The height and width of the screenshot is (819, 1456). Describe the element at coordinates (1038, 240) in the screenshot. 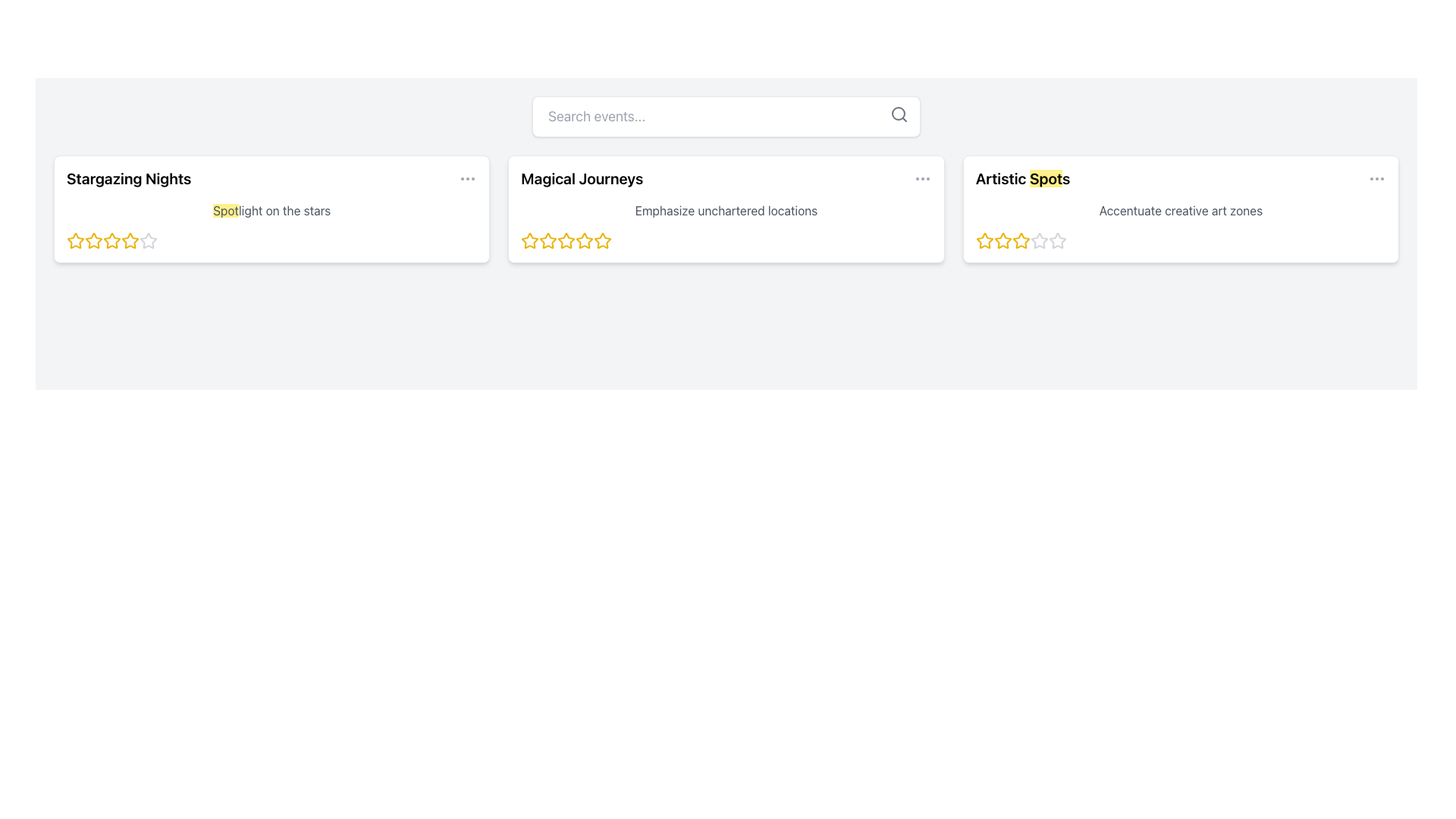

I see `the star icon in the third position of the rating section in the 'Artistic Spots' card` at that location.